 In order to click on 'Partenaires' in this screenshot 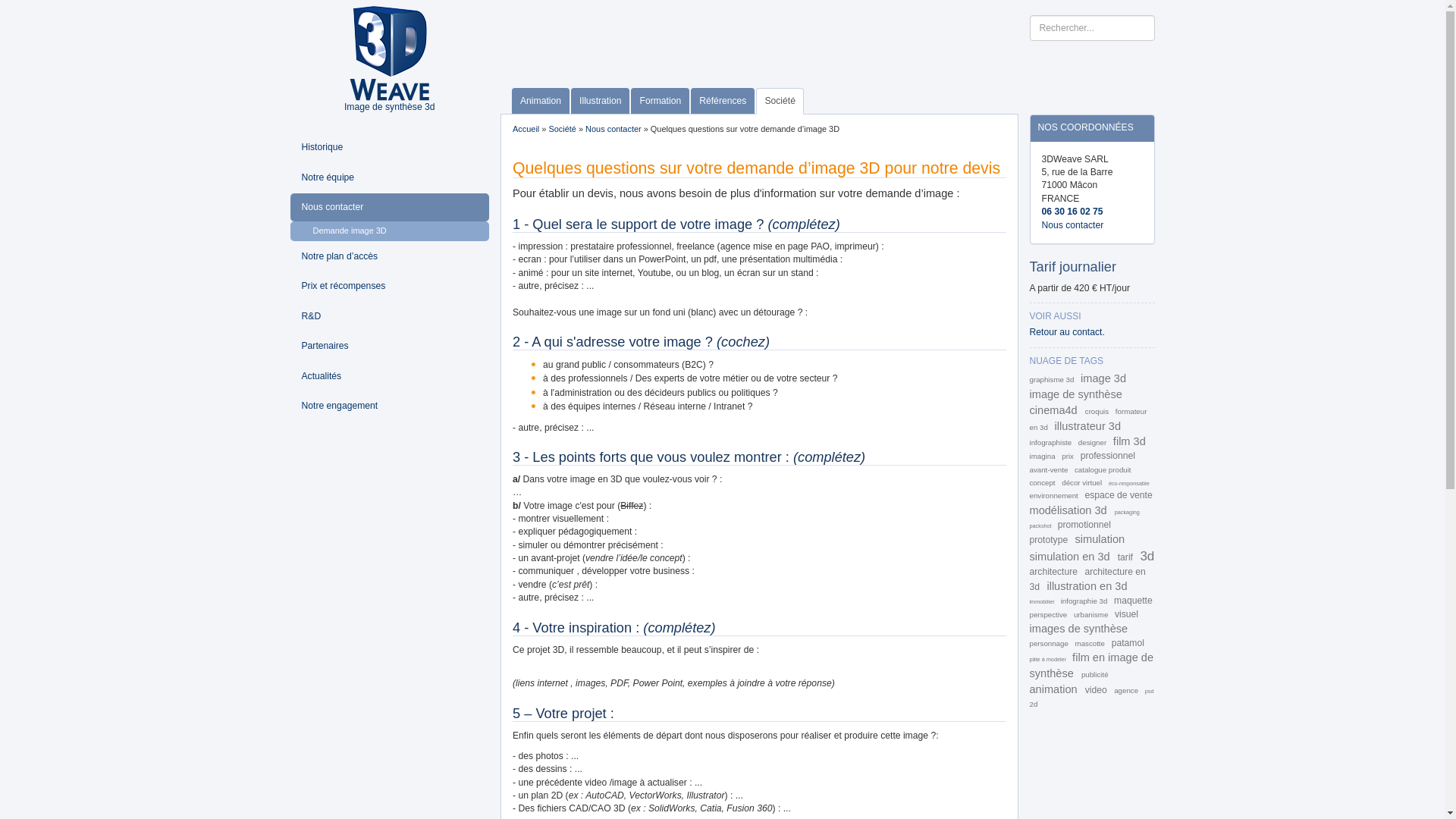, I will do `click(389, 346)`.